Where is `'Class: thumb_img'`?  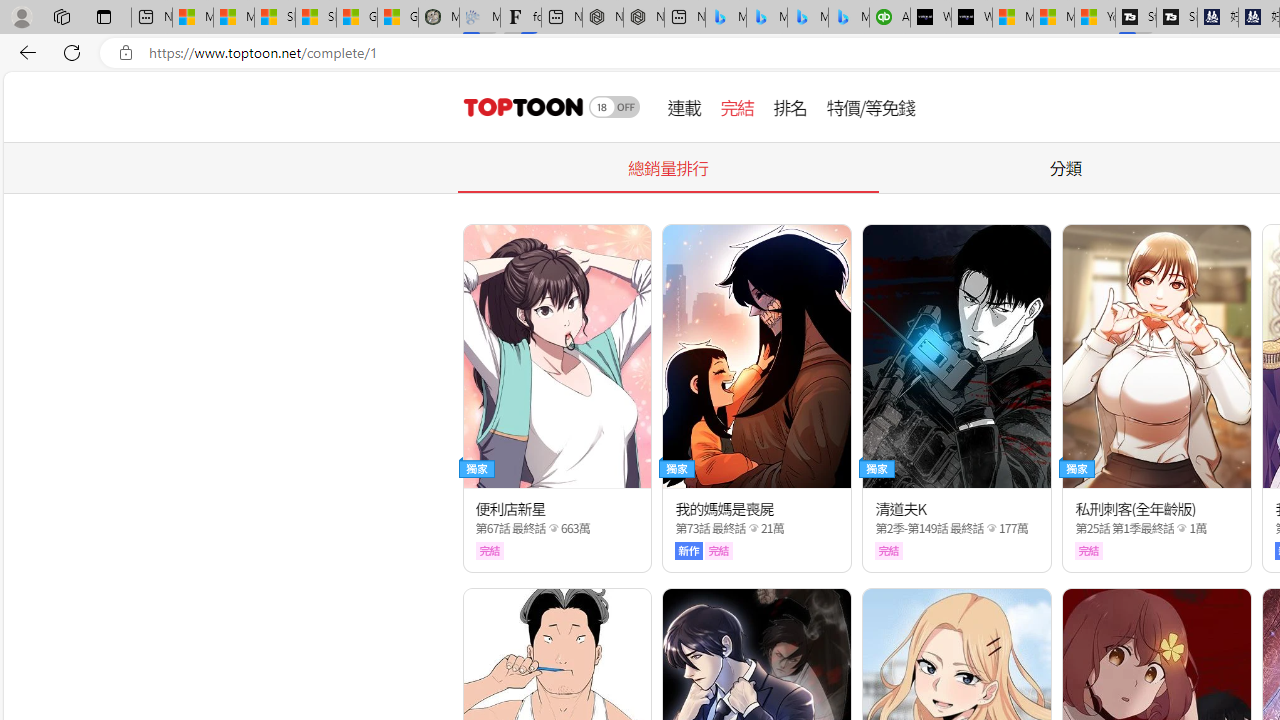 'Class: thumb_img' is located at coordinates (1157, 355).